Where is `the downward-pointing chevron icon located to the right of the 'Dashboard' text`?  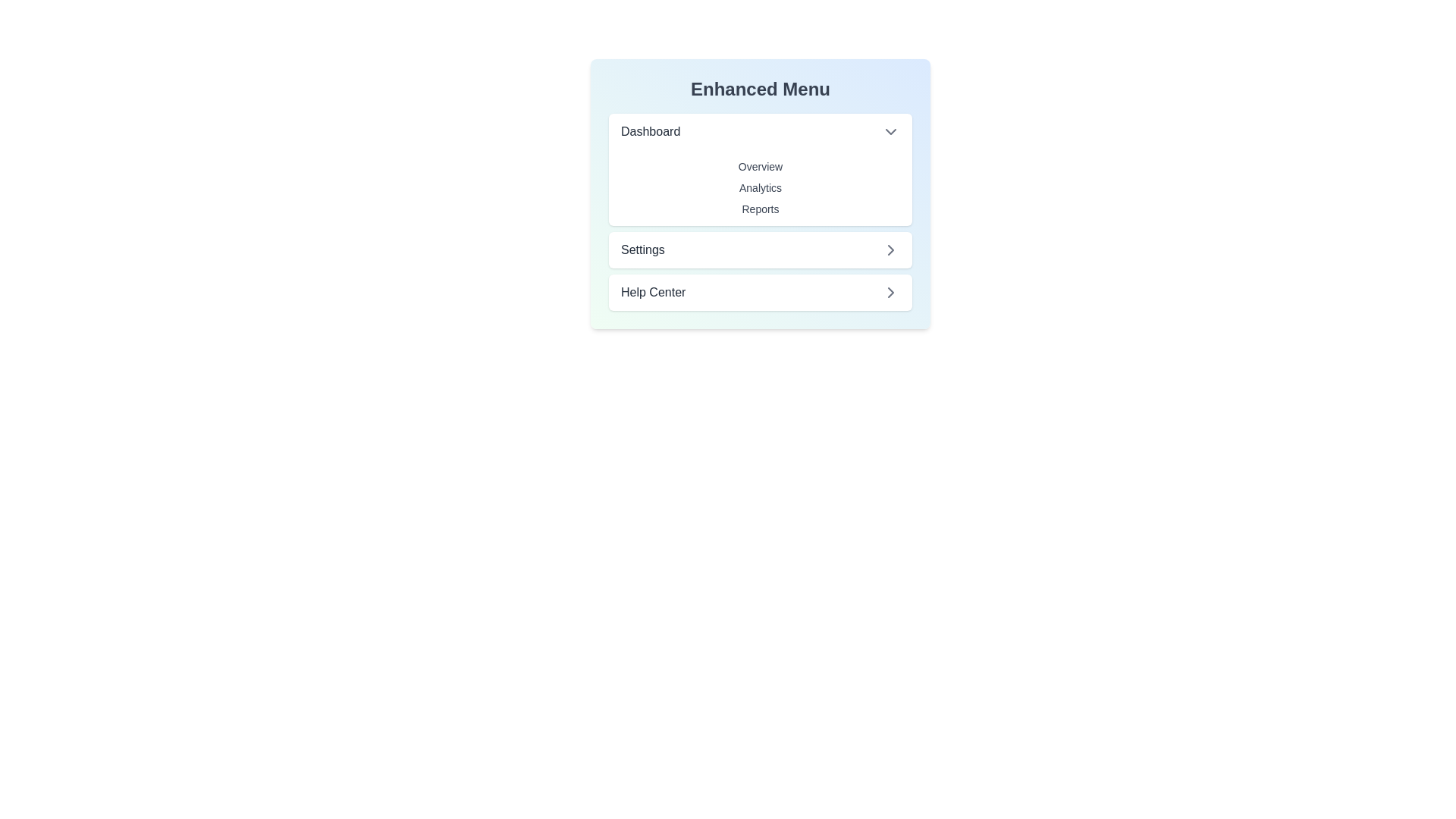 the downward-pointing chevron icon located to the right of the 'Dashboard' text is located at coordinates (891, 130).